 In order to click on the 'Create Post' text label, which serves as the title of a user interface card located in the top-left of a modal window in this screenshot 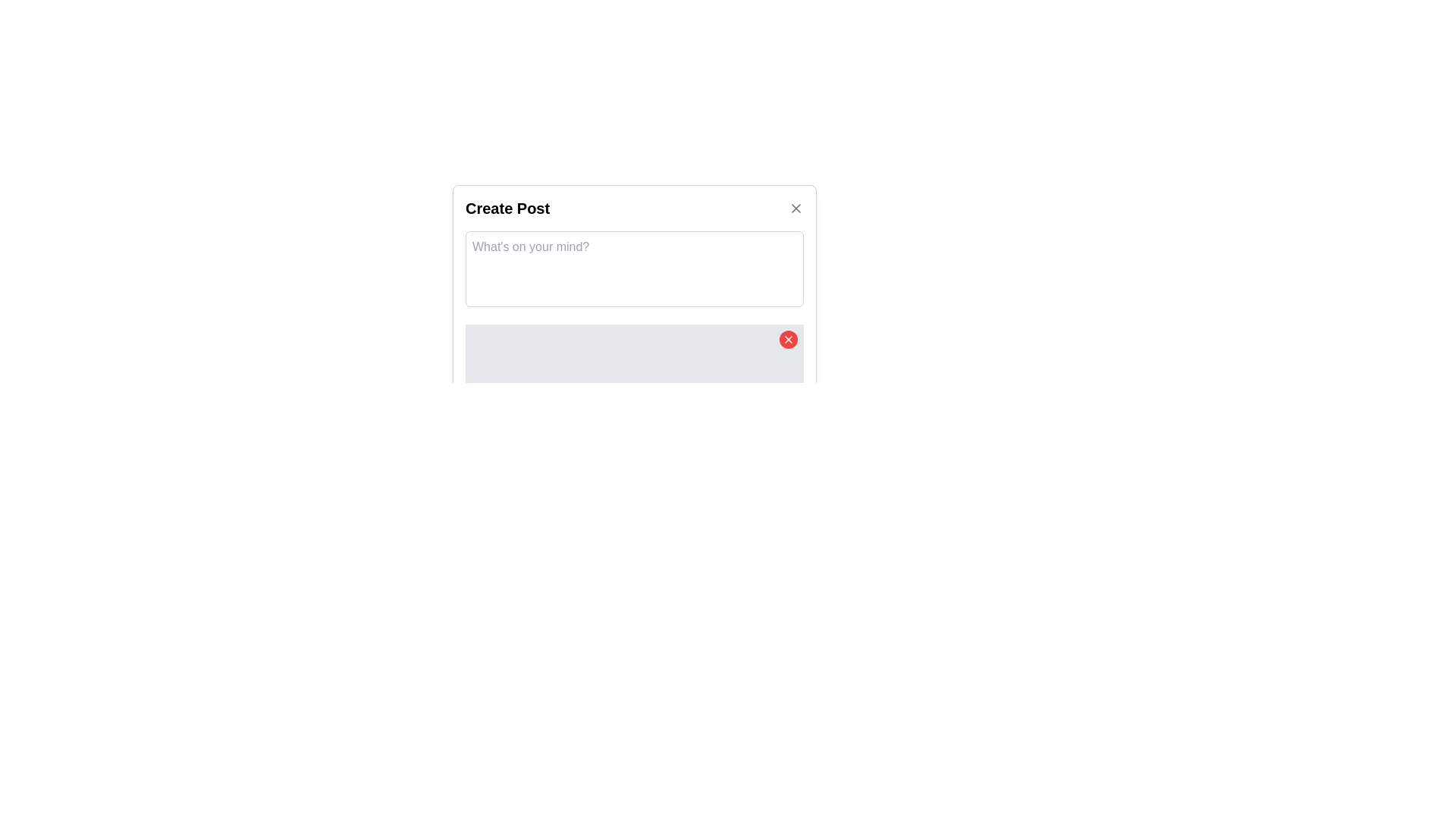, I will do `click(507, 208)`.